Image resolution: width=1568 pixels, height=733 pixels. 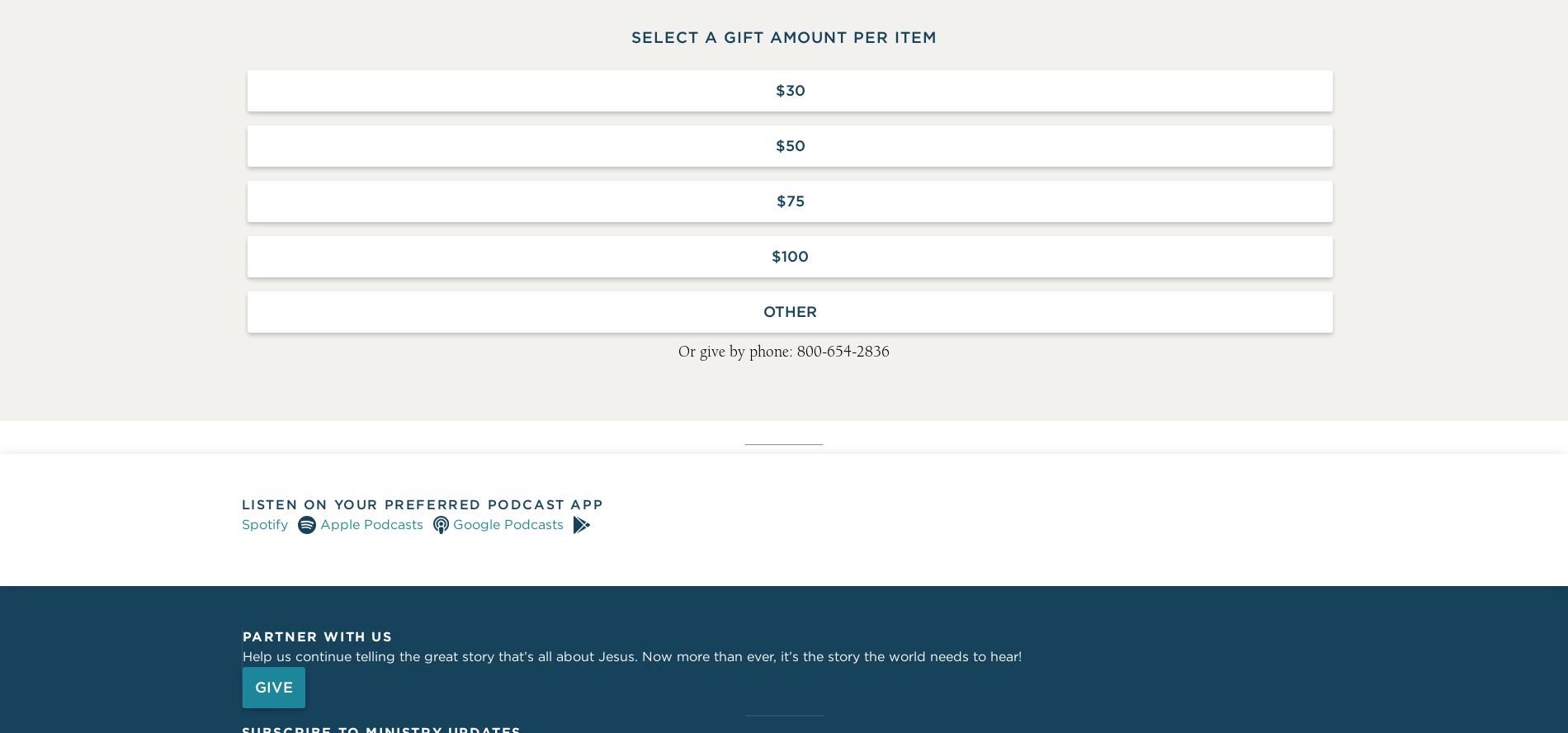 What do you see at coordinates (784, 273) in the screenshot?
I see `'Financial Accountability'` at bounding box center [784, 273].